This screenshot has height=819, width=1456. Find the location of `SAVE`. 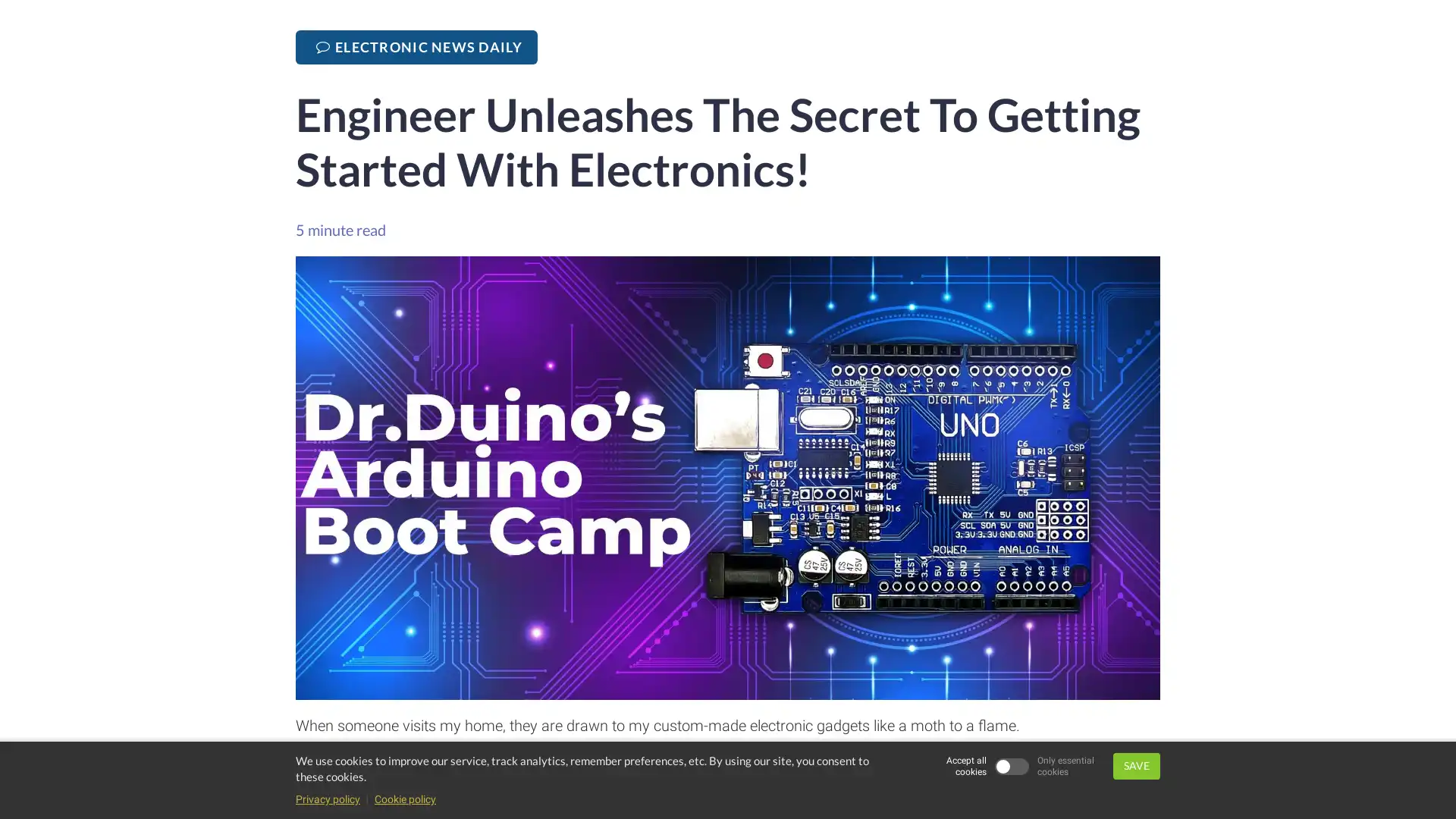

SAVE is located at coordinates (1136, 766).